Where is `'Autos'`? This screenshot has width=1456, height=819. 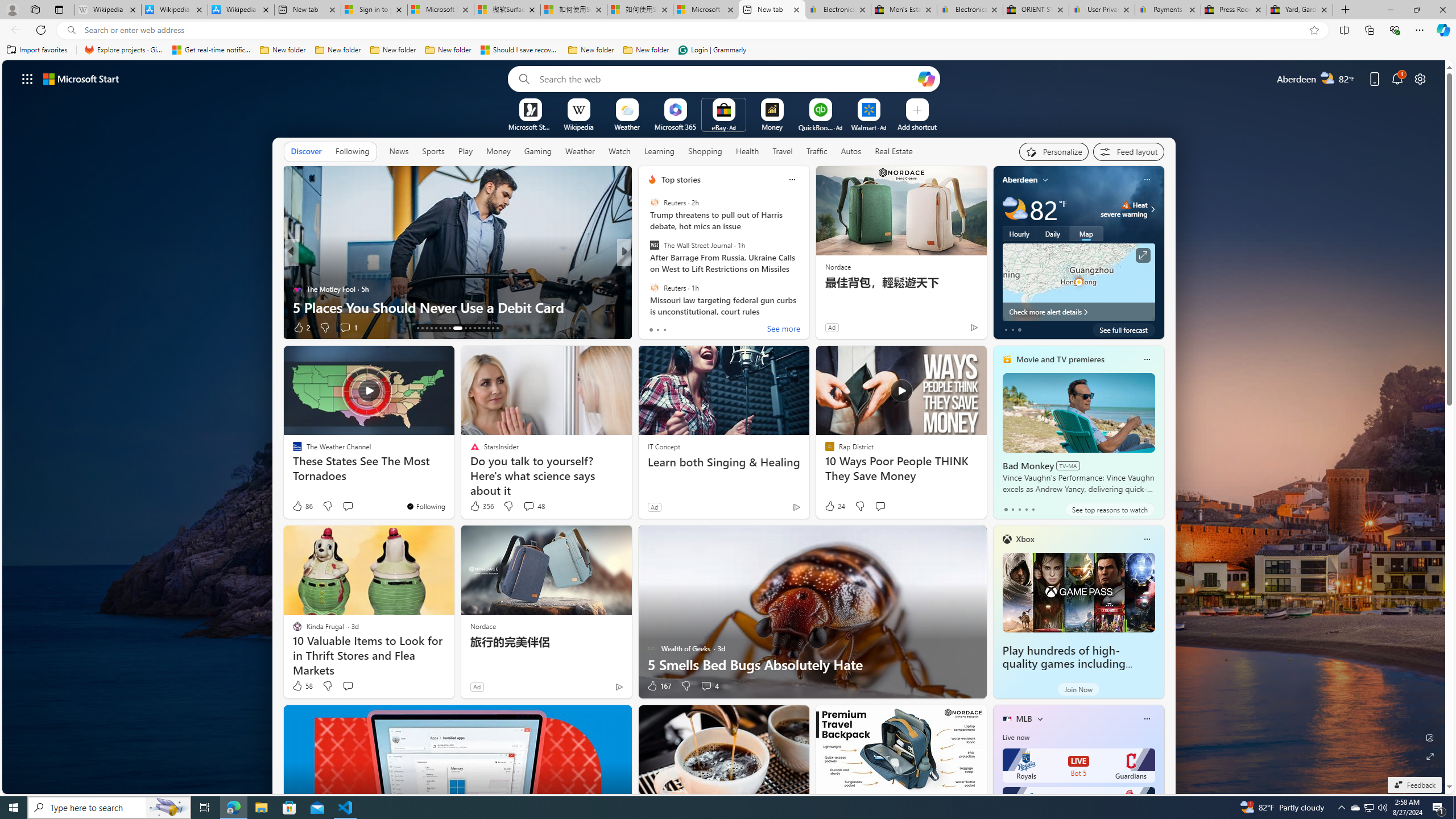 'Autos' is located at coordinates (851, 151).